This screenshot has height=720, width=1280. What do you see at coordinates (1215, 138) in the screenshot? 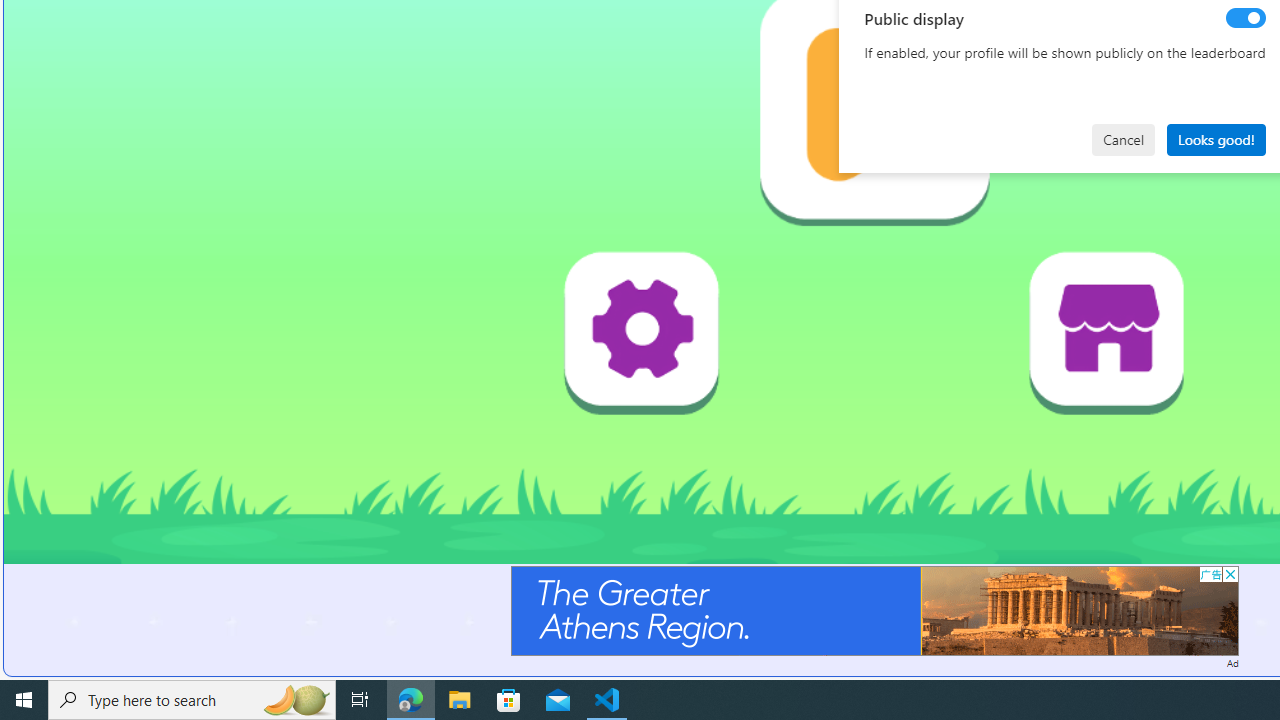
I see `'Looks good!'` at bounding box center [1215, 138].